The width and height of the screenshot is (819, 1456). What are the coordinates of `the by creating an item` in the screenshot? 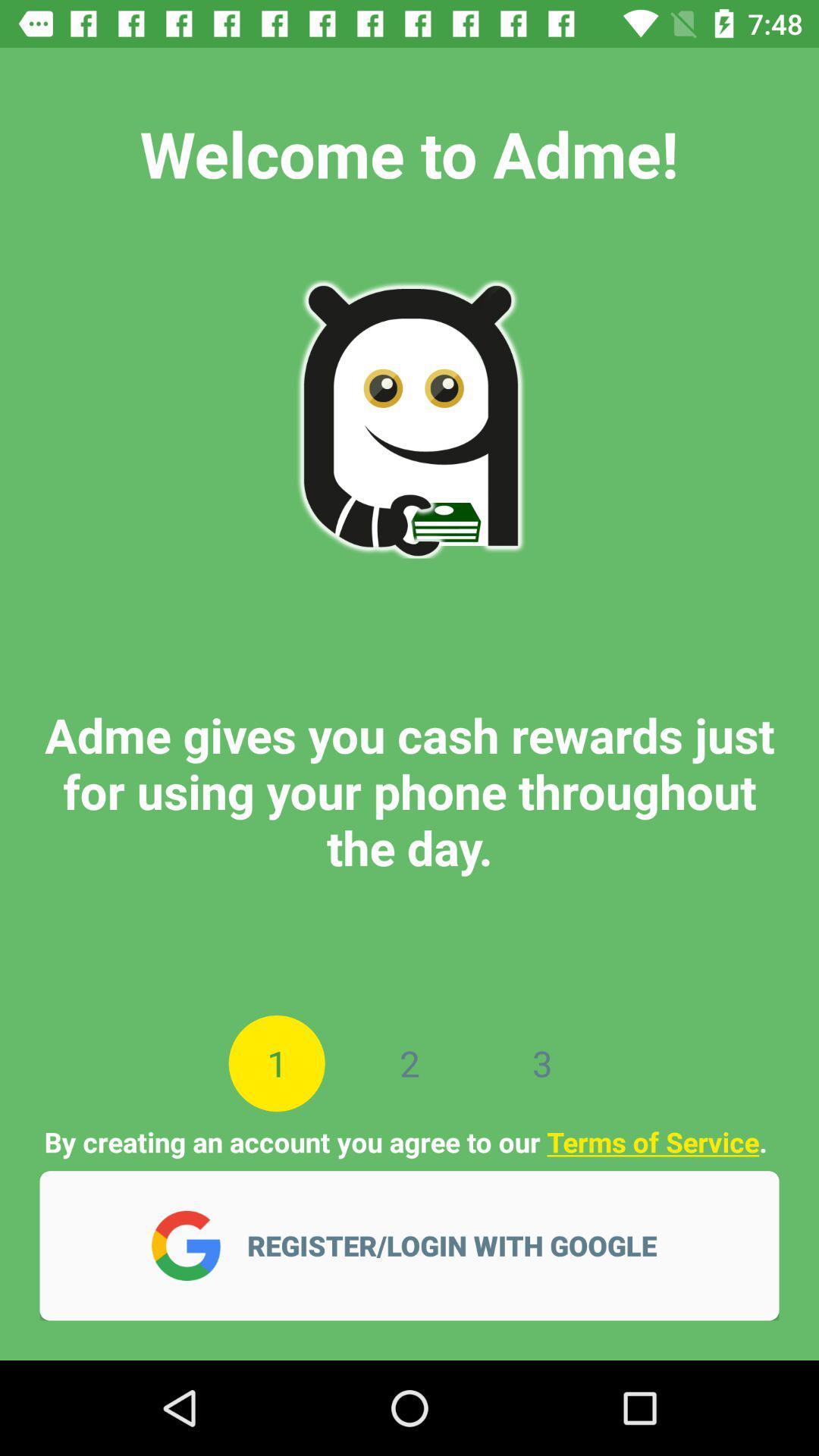 It's located at (408, 1142).